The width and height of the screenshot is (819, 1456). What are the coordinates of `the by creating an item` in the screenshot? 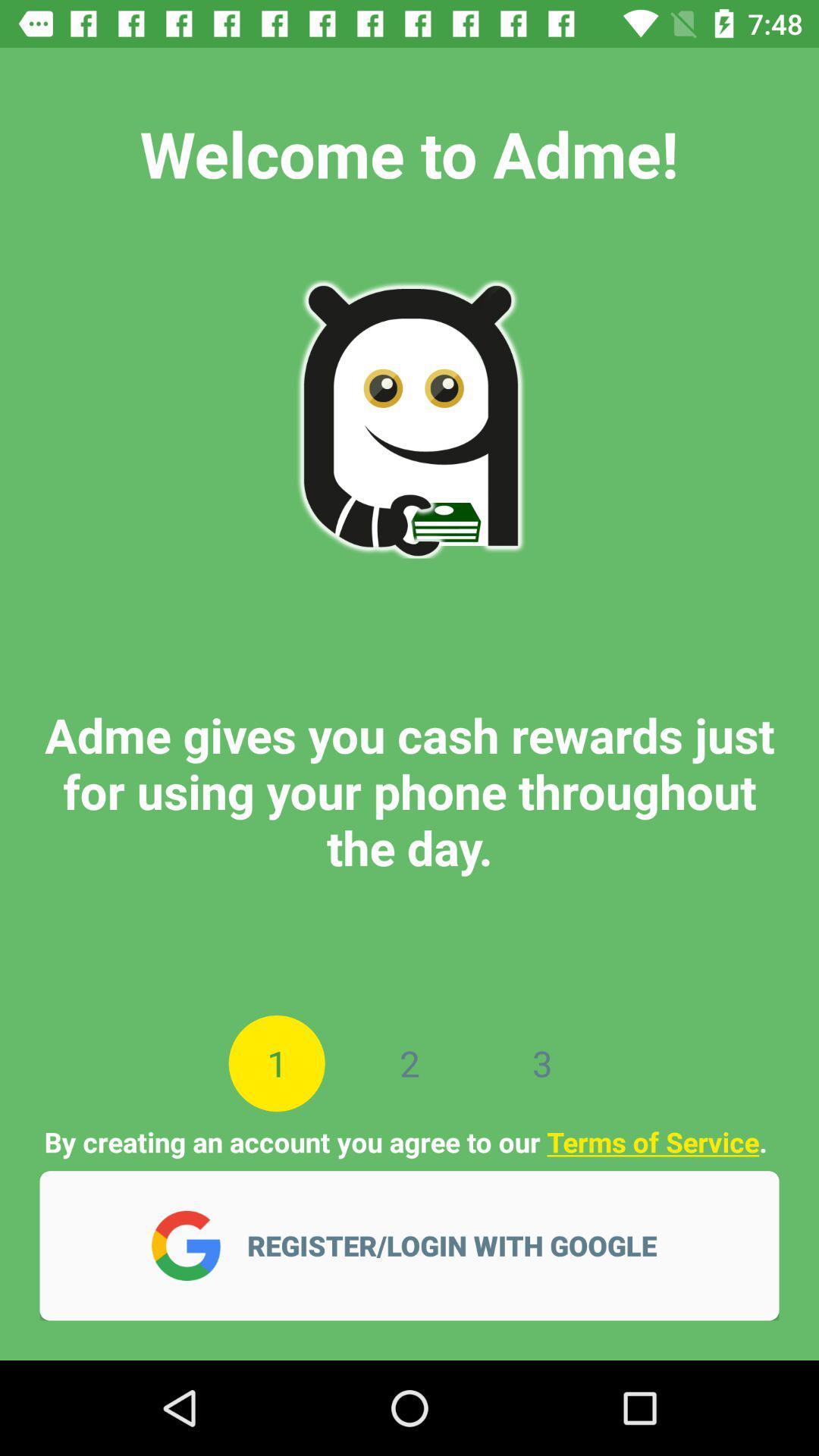 It's located at (408, 1142).